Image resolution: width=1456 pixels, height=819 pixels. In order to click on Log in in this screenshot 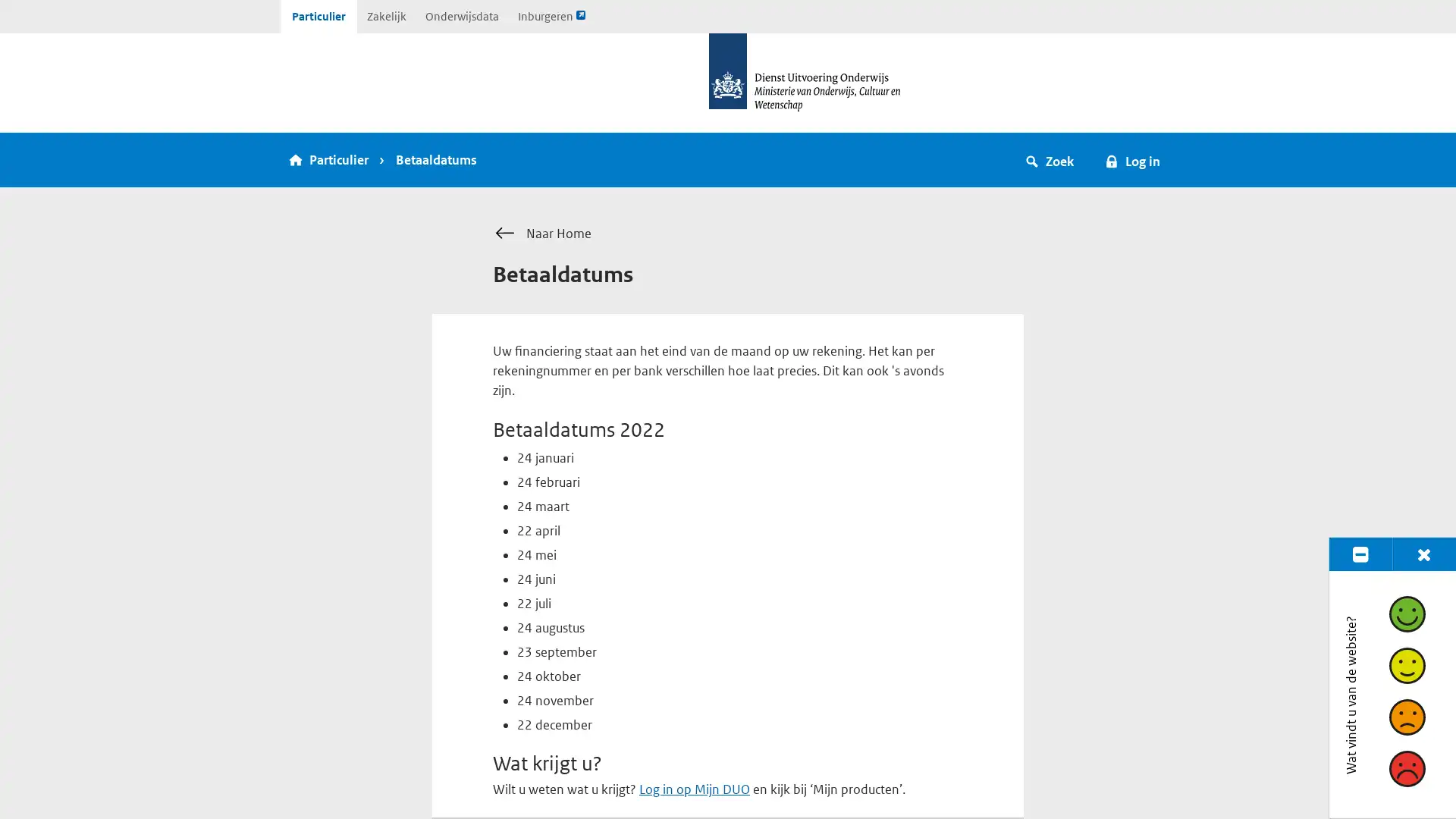, I will do `click(1131, 160)`.